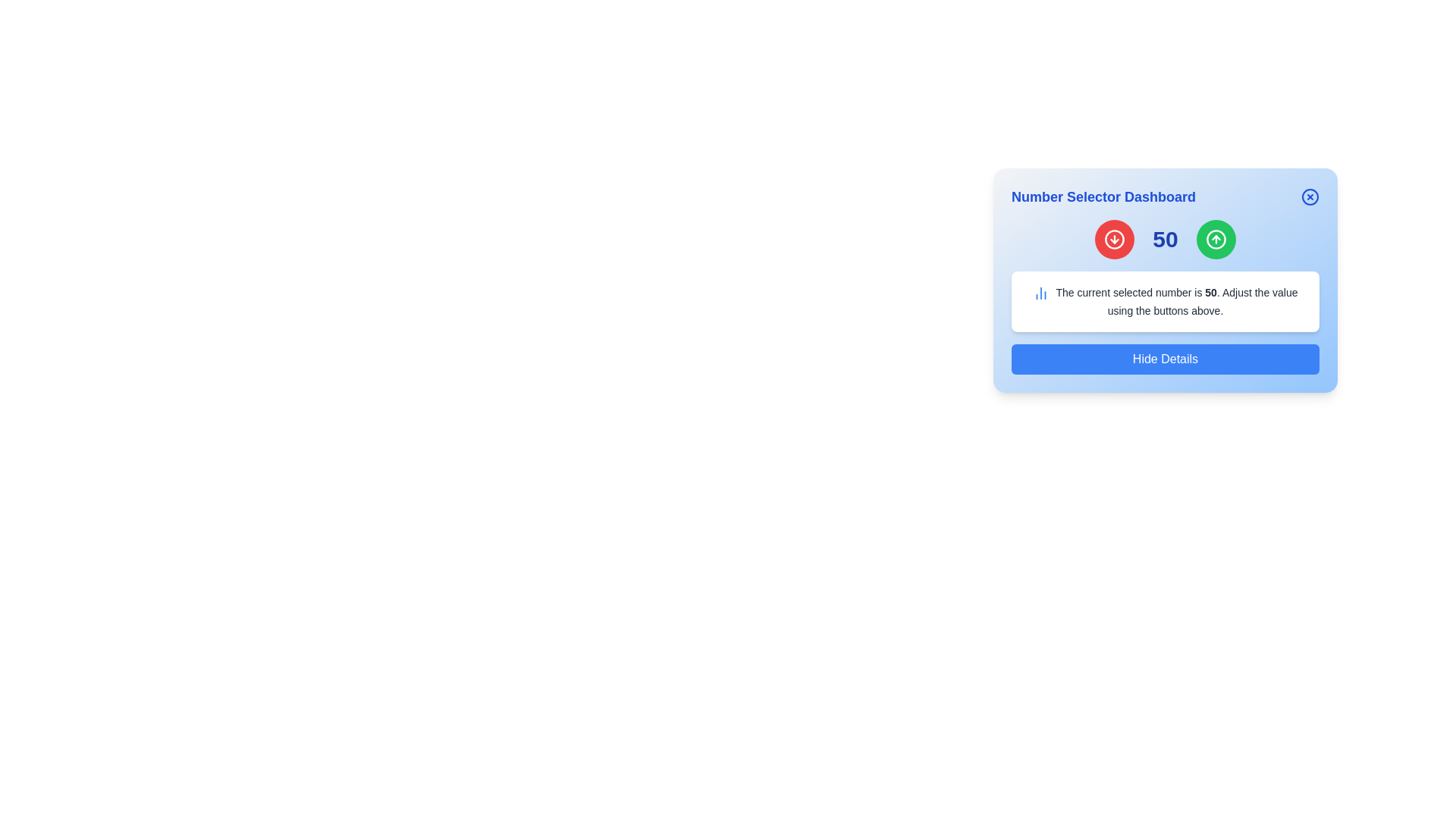 The height and width of the screenshot is (819, 1456). What do you see at coordinates (1216, 239) in the screenshot?
I see `the circular green button with an upward-pointing white arrow to increase the value` at bounding box center [1216, 239].